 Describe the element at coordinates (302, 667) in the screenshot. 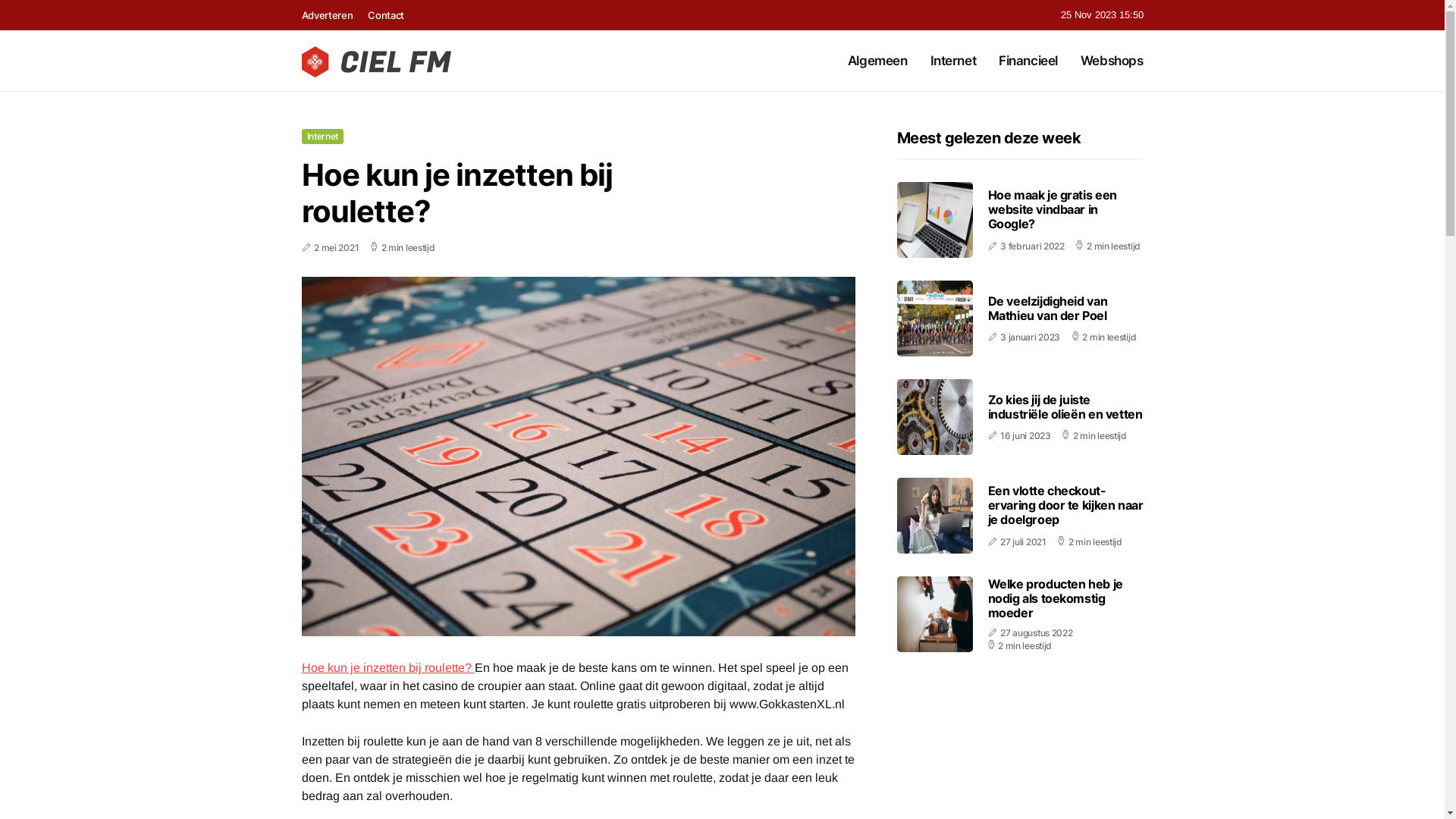

I see `'Hoe kun je inzetten bij roulette?'` at that location.